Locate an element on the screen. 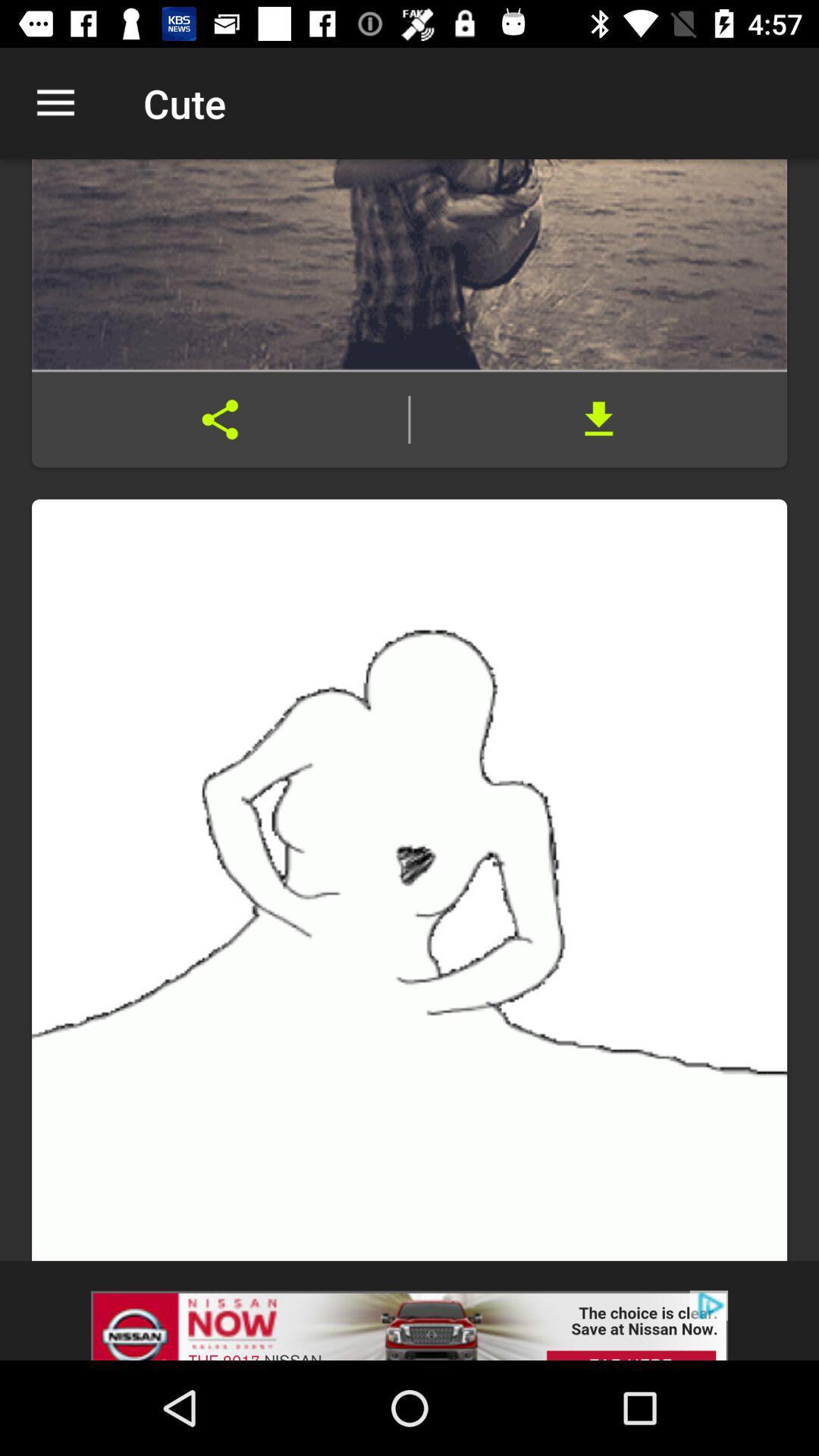  share is located at coordinates (220, 419).